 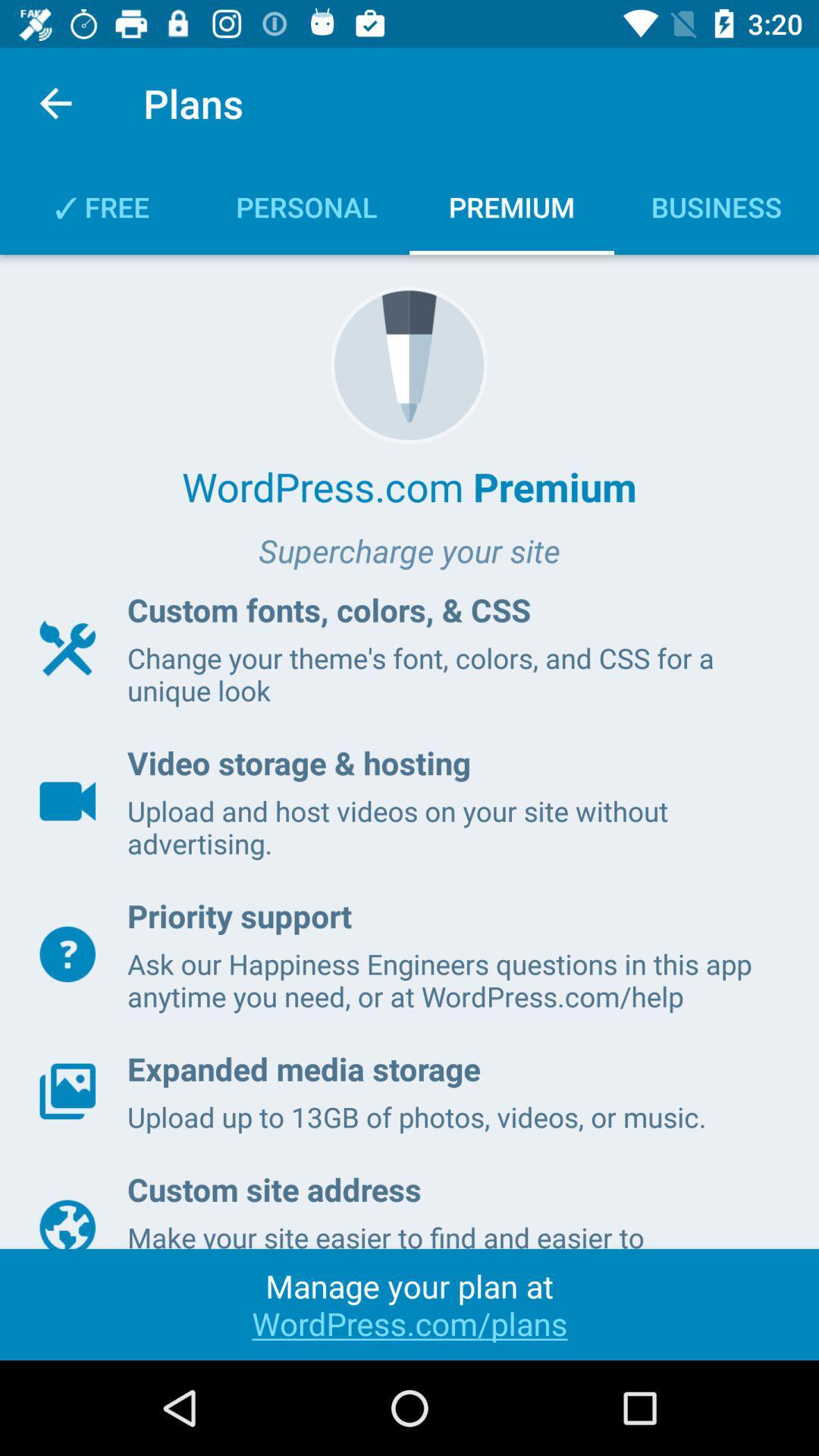 What do you see at coordinates (67, 953) in the screenshot?
I see `the  button` at bounding box center [67, 953].